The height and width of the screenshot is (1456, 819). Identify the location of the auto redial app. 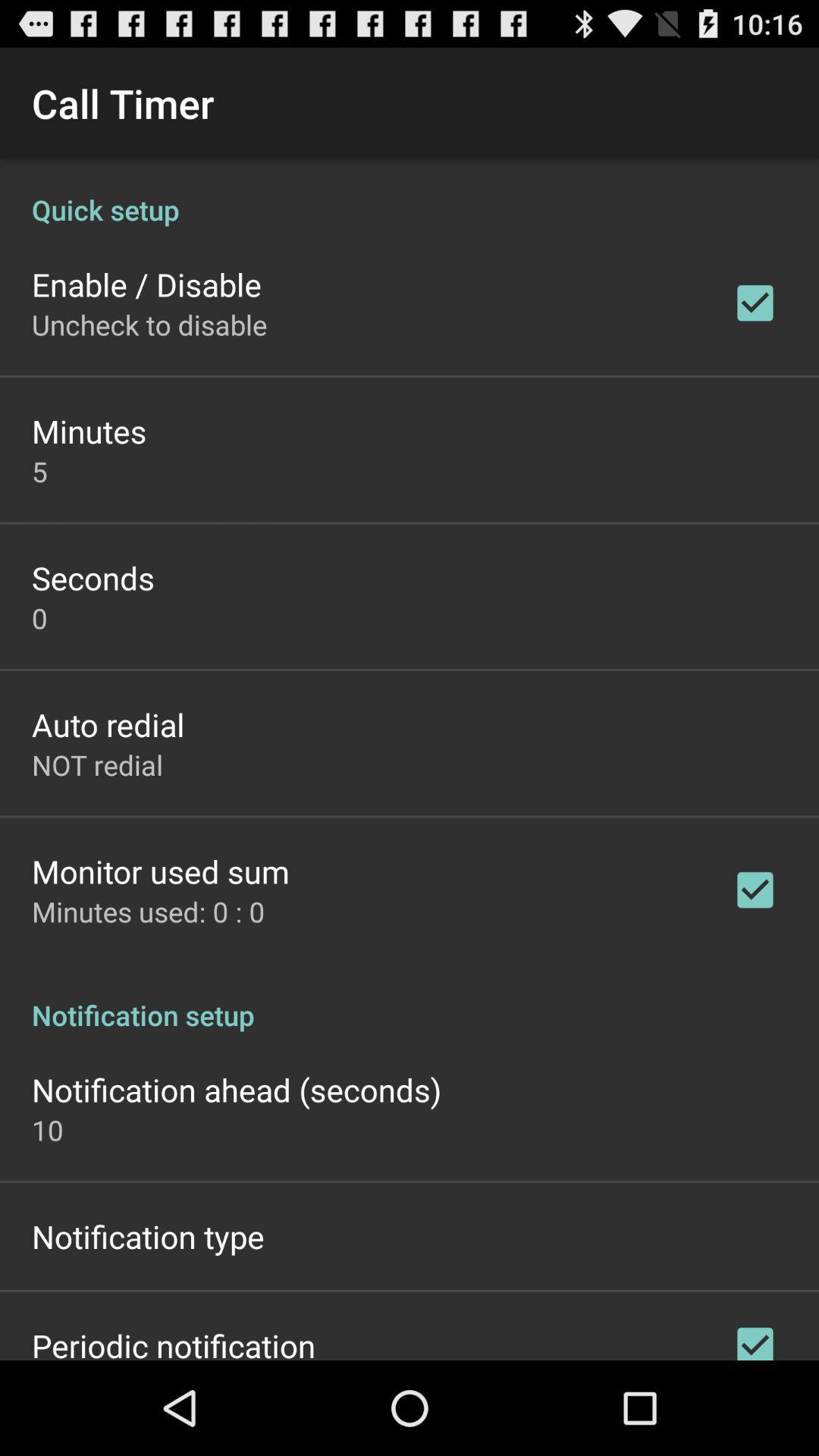
(107, 723).